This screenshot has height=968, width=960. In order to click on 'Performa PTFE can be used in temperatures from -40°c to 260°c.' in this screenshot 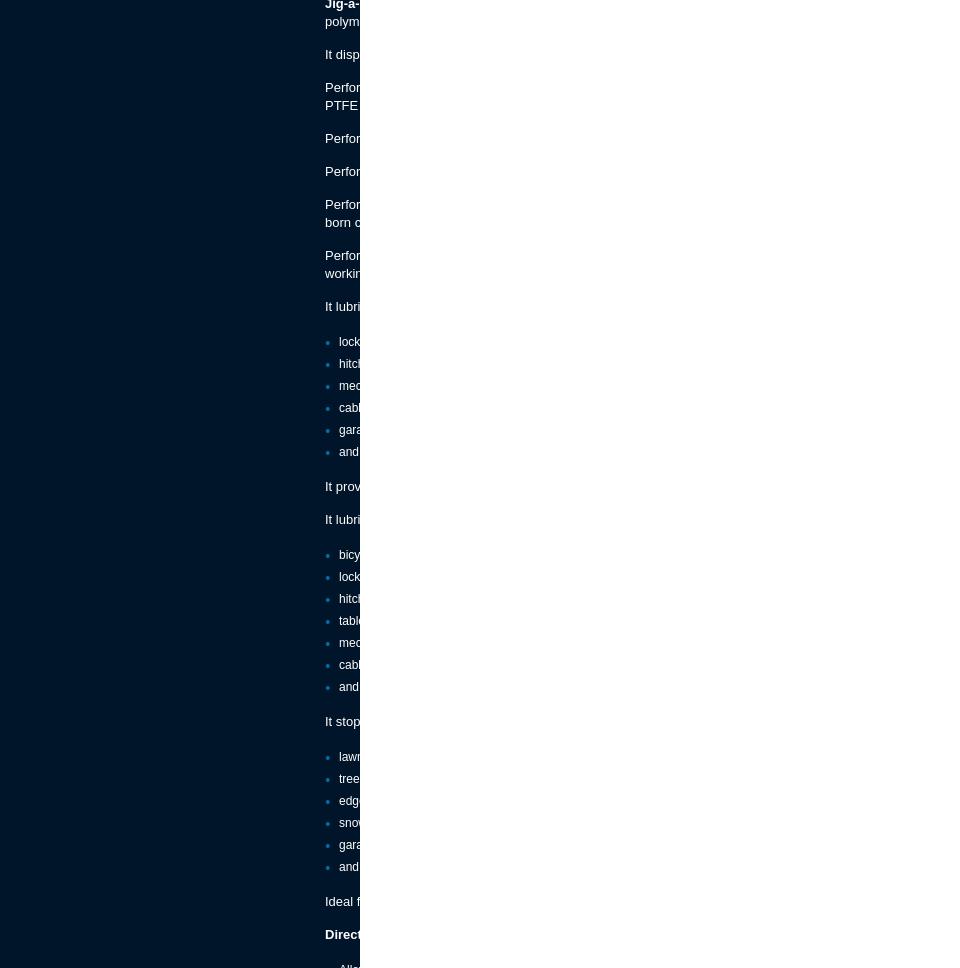, I will do `click(514, 137)`.